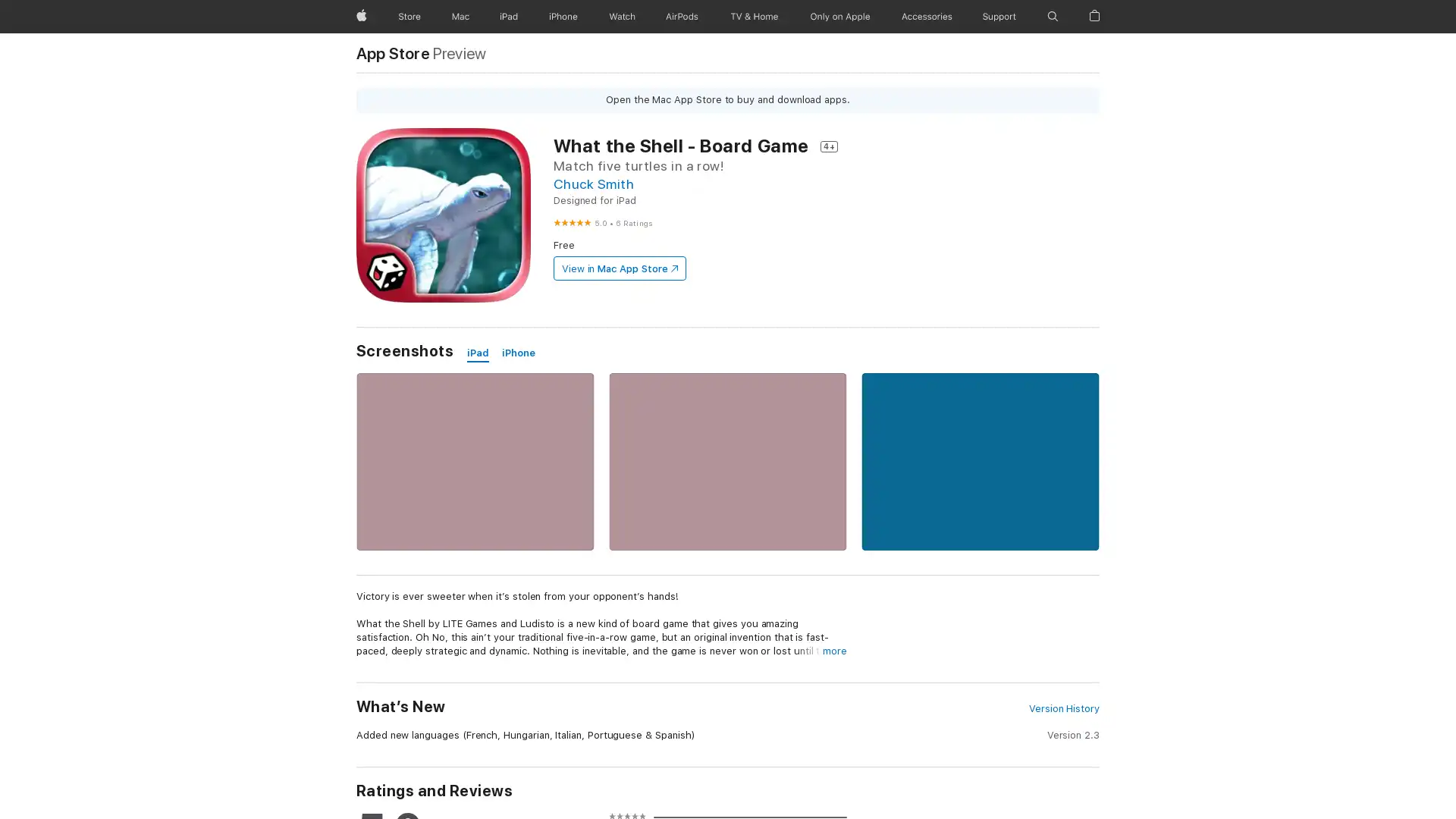 The image size is (1456, 819). What do you see at coordinates (619, 268) in the screenshot?
I see `View in Mac App Store` at bounding box center [619, 268].